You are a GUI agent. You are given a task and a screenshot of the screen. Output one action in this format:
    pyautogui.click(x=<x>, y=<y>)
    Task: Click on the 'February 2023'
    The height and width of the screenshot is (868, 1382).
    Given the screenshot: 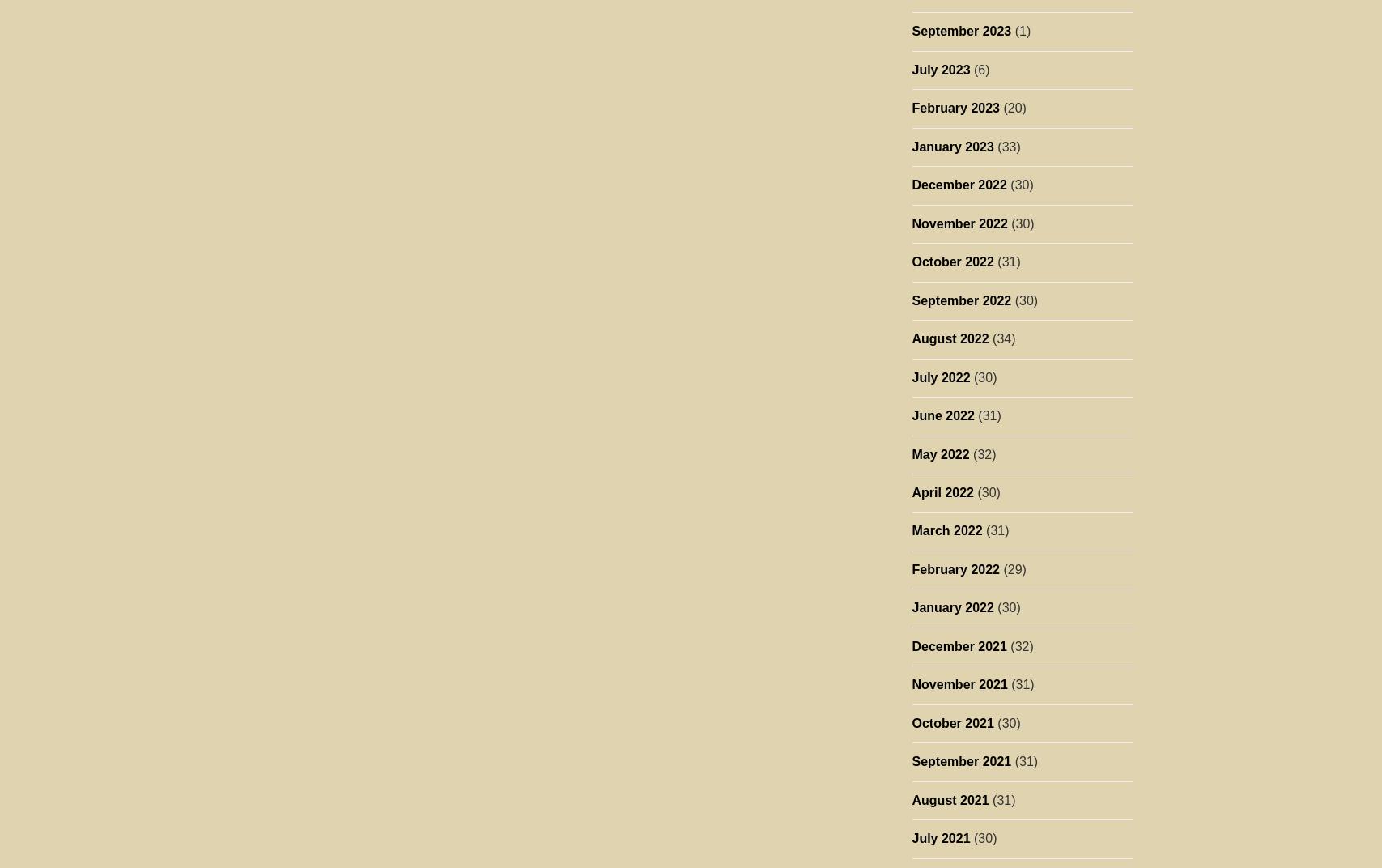 What is the action you would take?
    pyautogui.click(x=955, y=108)
    